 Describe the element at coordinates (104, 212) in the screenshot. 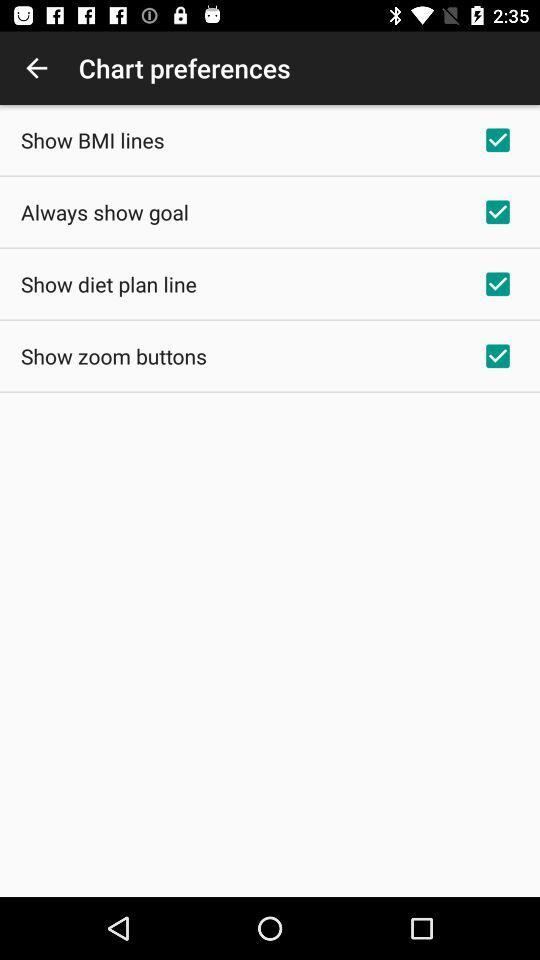

I see `always show goal` at that location.